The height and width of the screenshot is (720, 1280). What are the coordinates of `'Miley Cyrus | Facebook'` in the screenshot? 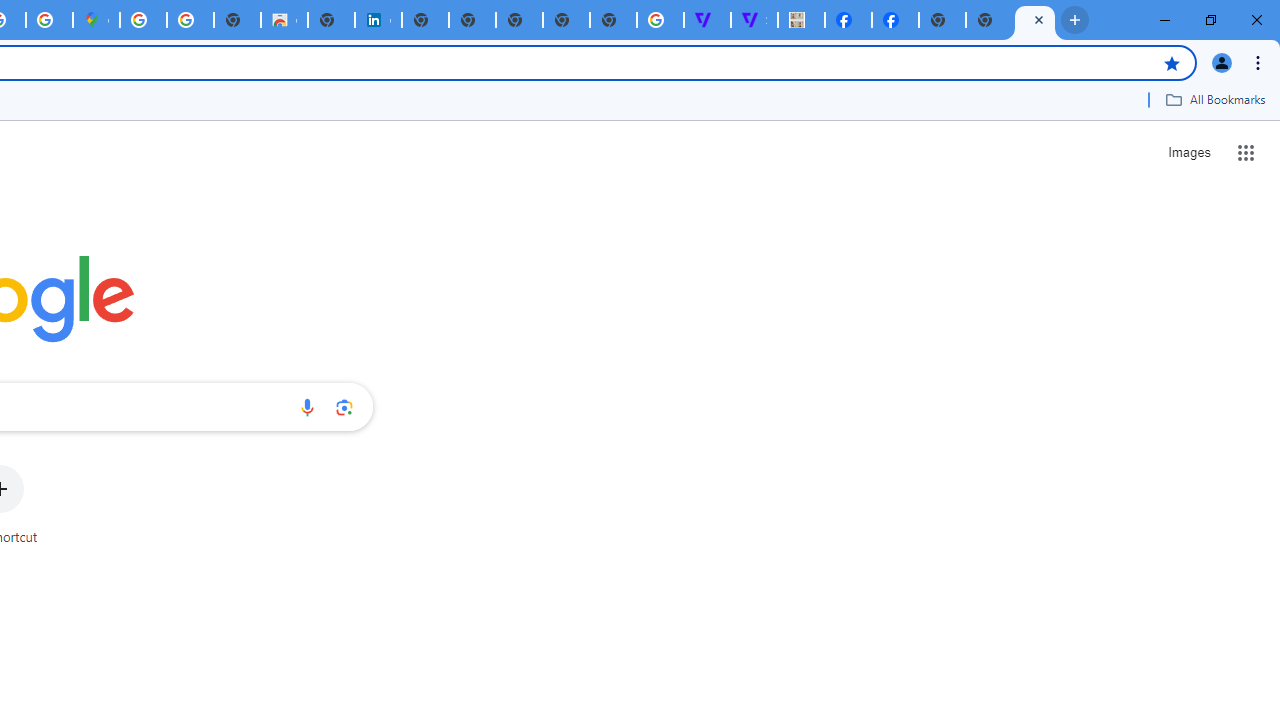 It's located at (848, 20).